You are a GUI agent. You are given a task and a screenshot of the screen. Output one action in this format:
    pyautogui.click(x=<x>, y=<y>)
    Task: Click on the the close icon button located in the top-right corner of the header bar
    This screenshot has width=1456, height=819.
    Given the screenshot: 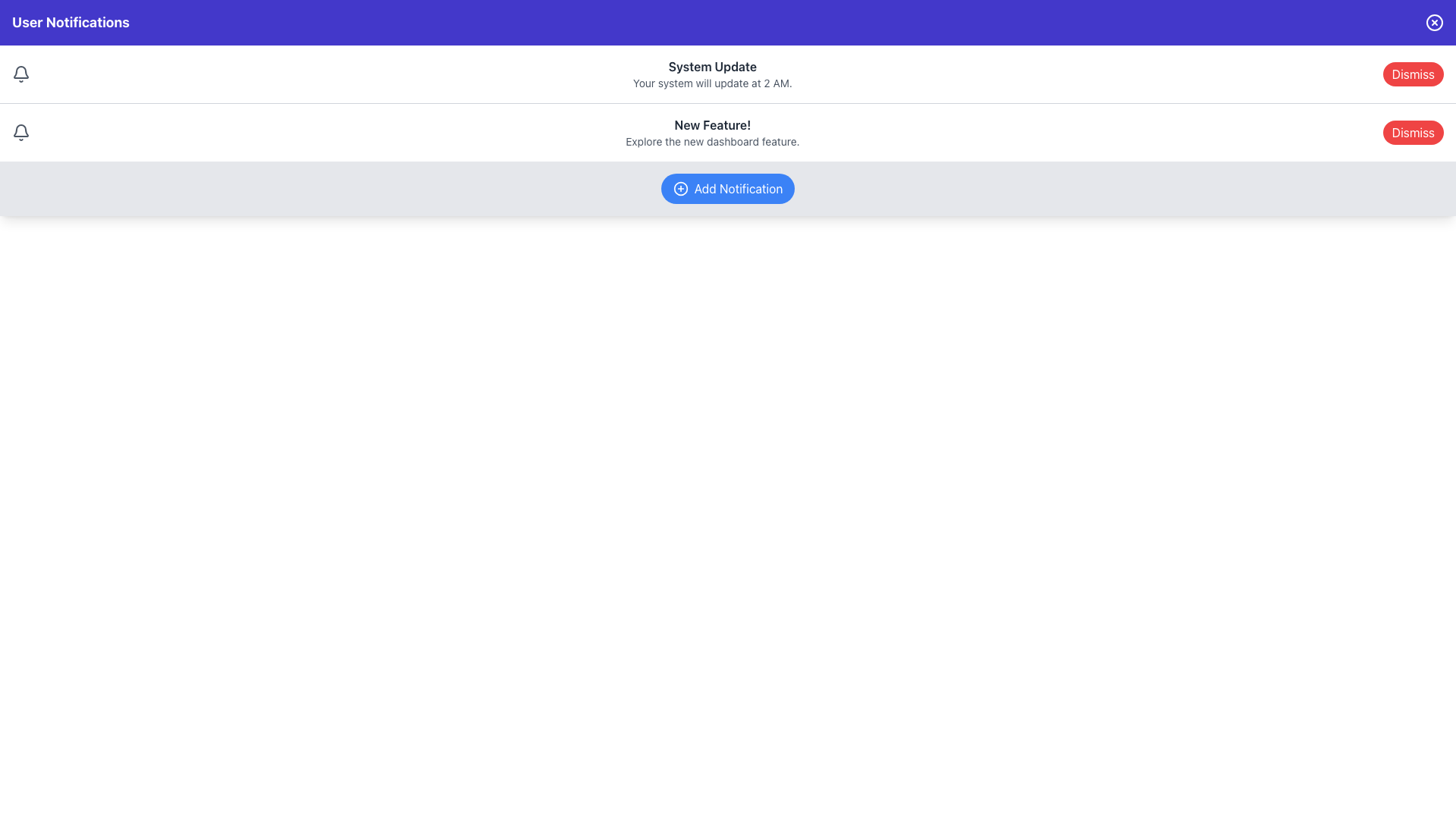 What is the action you would take?
    pyautogui.click(x=1433, y=23)
    